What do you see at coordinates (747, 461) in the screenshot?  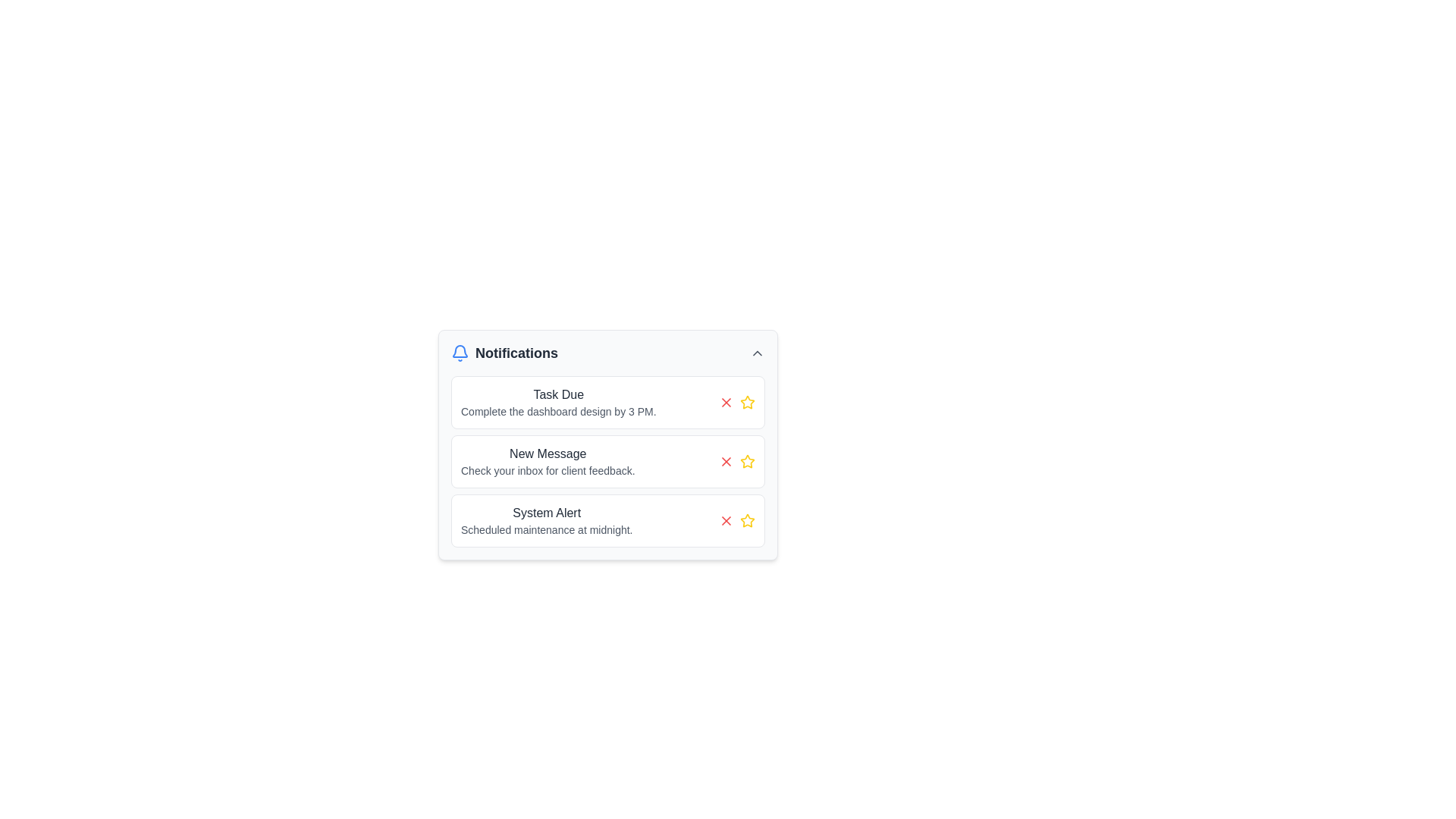 I see `the yellow star icon located to the far right of the 'New Message' row in the notification panel` at bounding box center [747, 461].